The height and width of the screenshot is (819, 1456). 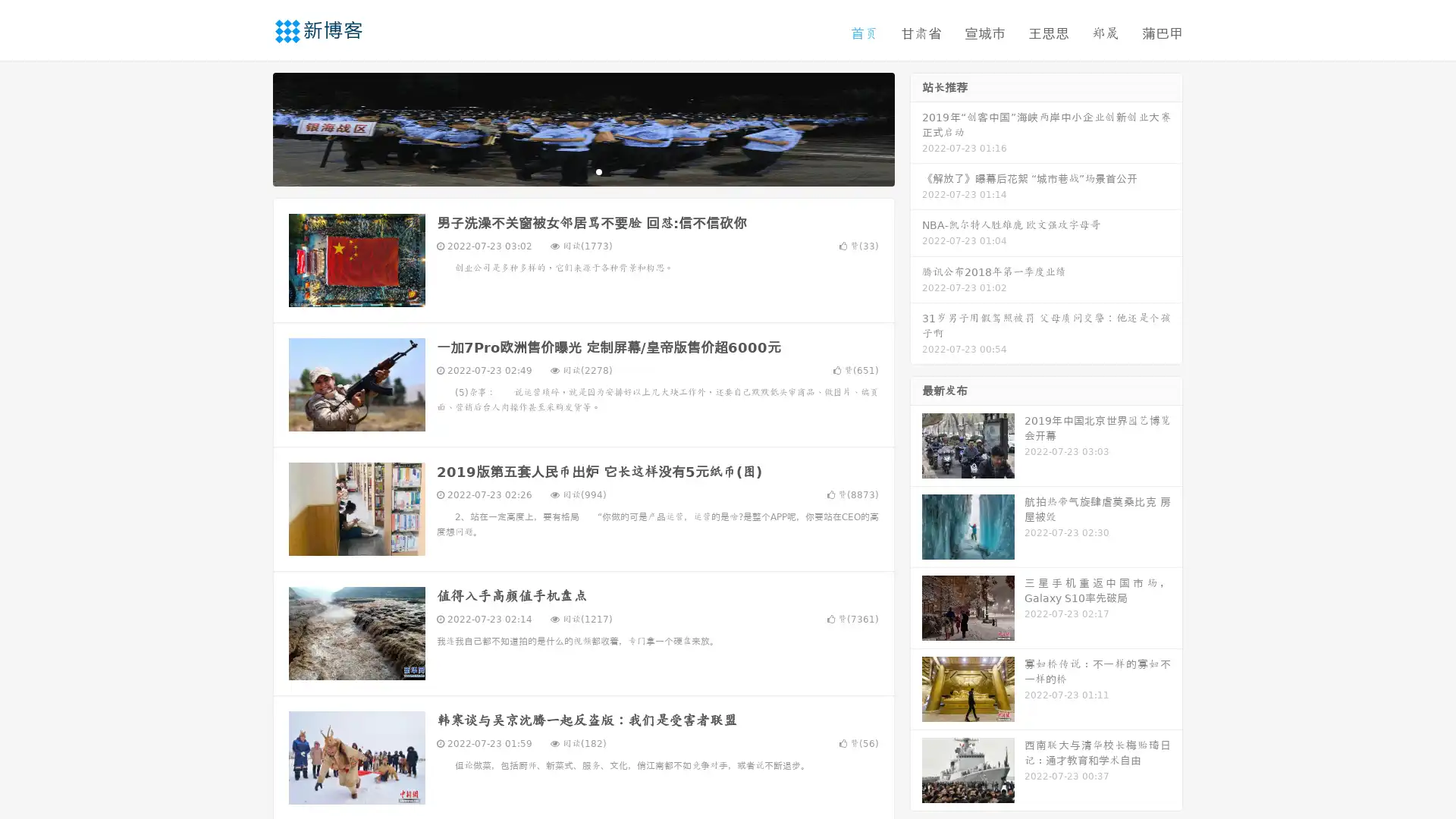 What do you see at coordinates (582, 171) in the screenshot?
I see `Go to slide 2` at bounding box center [582, 171].